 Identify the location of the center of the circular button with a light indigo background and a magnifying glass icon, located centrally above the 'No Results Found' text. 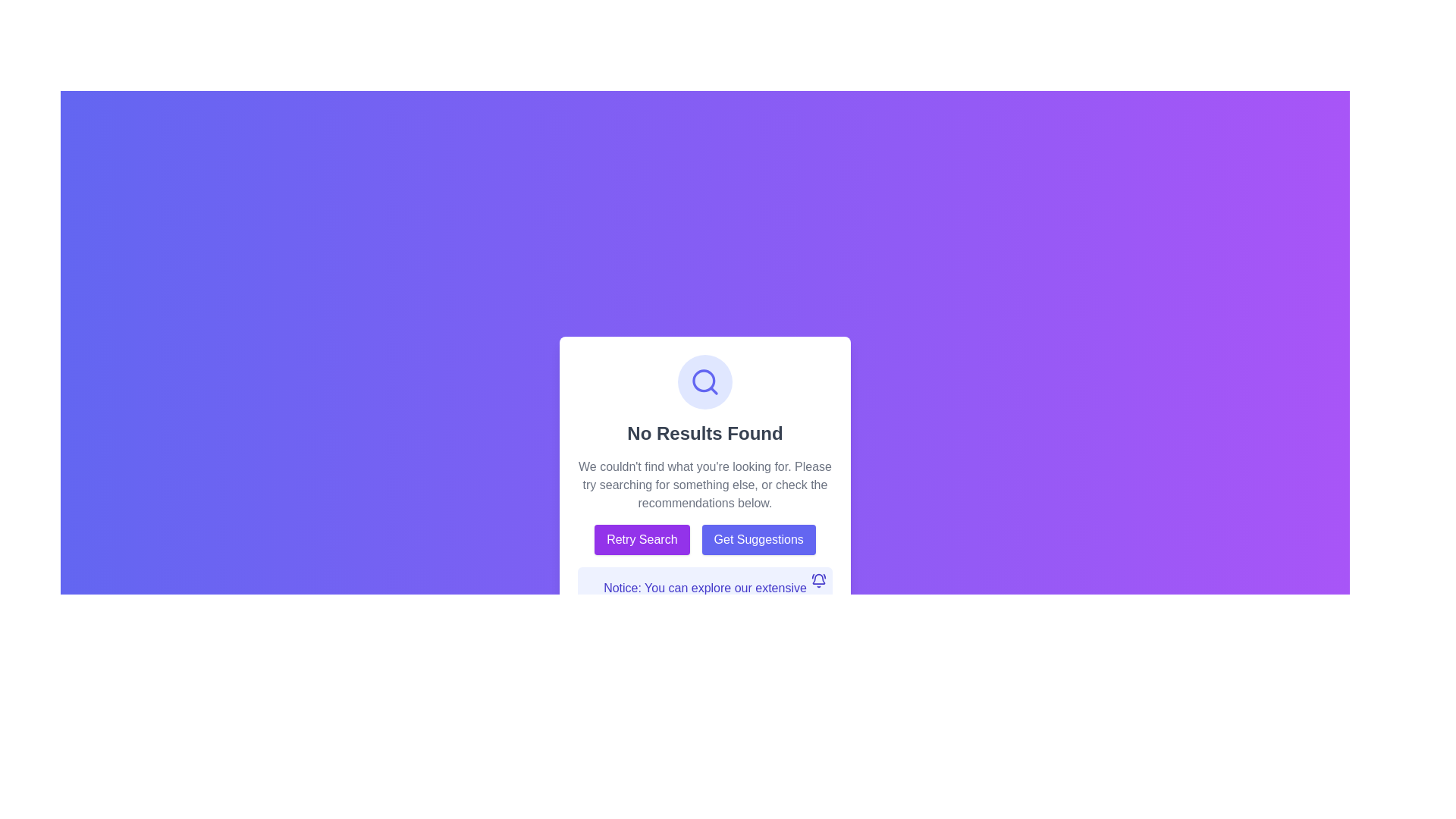
(704, 381).